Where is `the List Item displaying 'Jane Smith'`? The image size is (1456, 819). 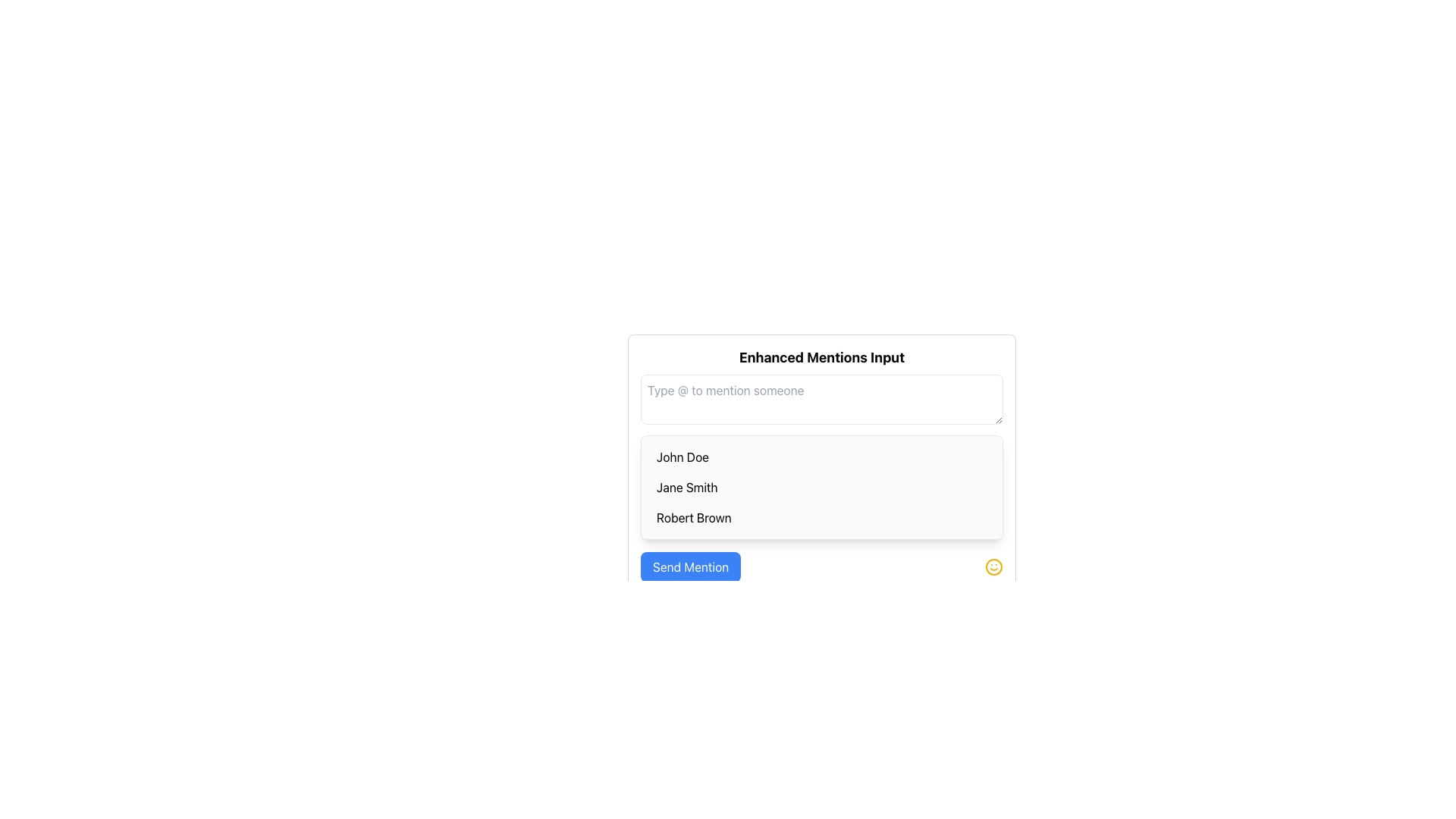
the List Item displaying 'Jane Smith' is located at coordinates (821, 488).